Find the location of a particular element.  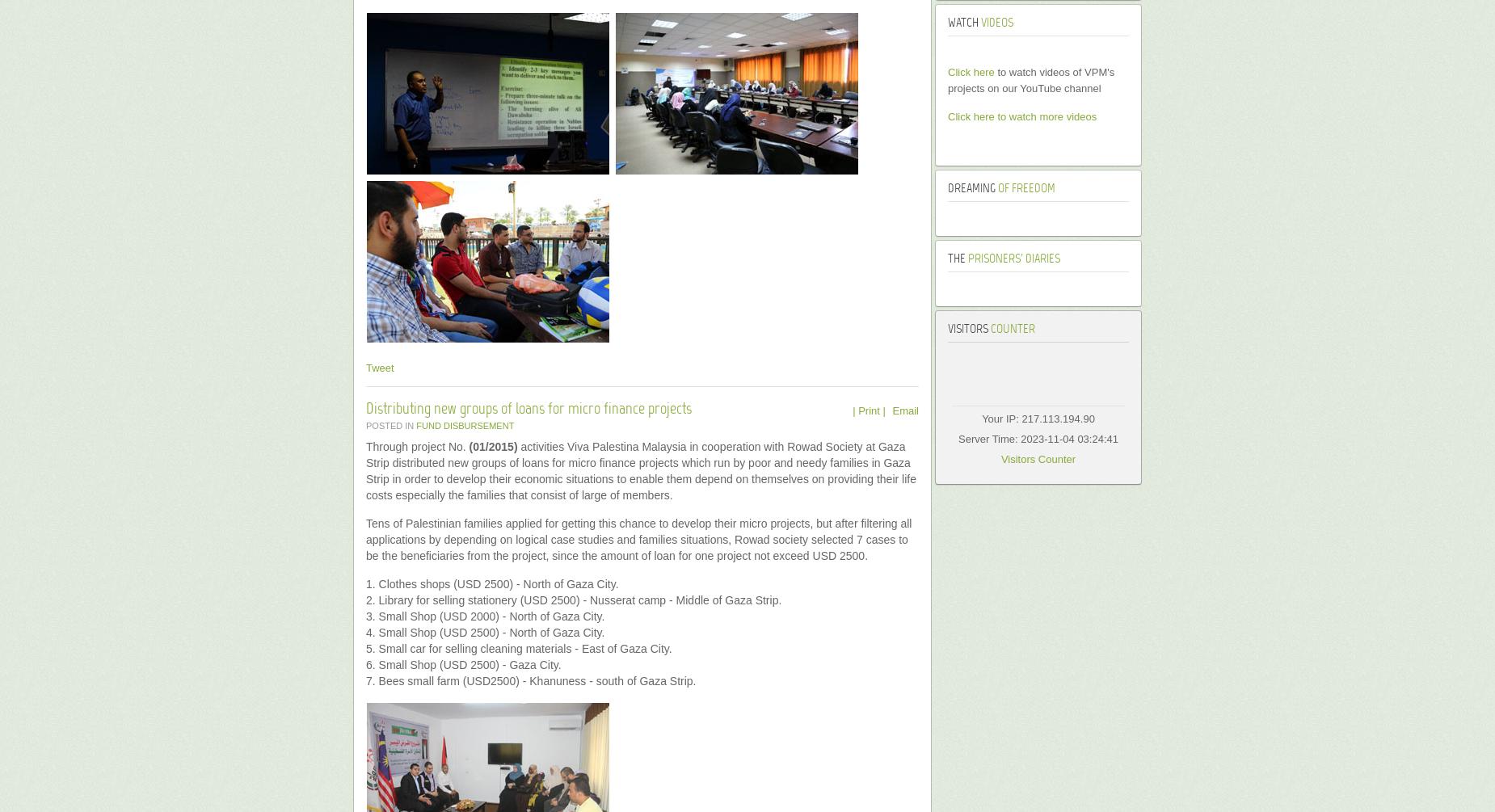

'2. Library for selling stationery (USD 2500) - Nusserat camp - Middle of Gaza Strip.' is located at coordinates (365, 600).